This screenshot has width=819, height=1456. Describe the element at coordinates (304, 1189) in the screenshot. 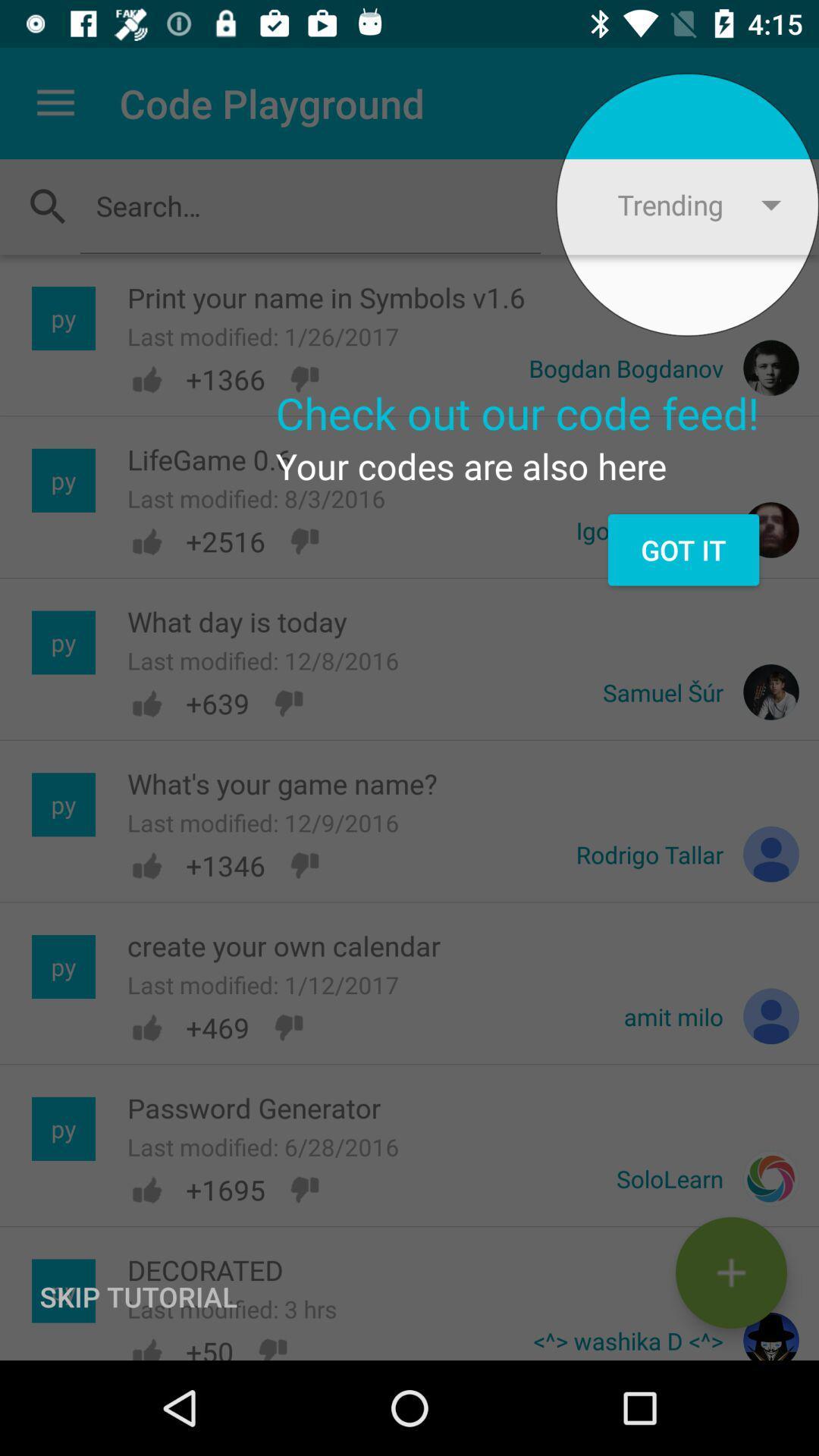

I see `the dislike icon at the bottom shown after 1695` at that location.